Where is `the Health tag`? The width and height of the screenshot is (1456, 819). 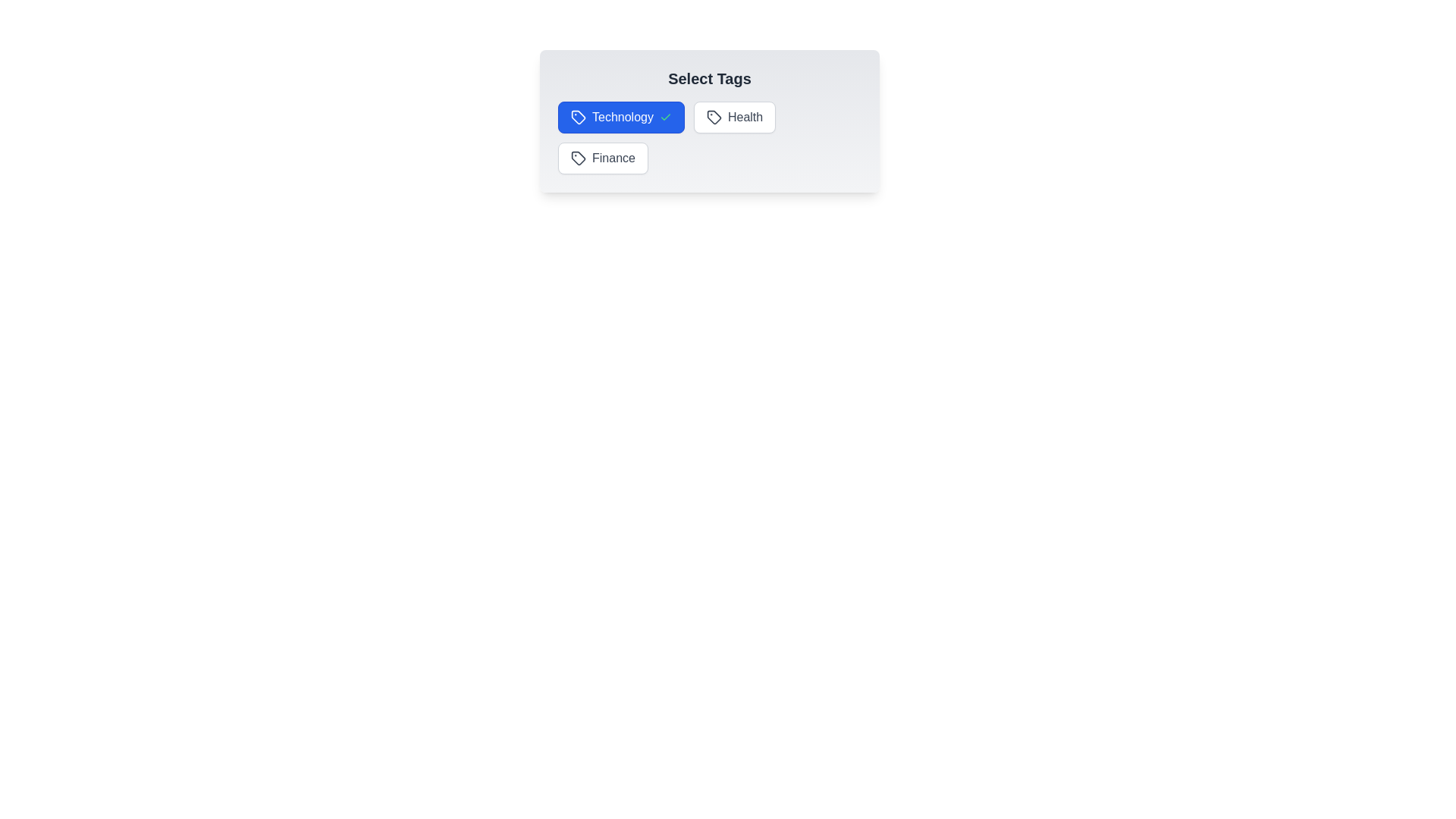
the Health tag is located at coordinates (735, 116).